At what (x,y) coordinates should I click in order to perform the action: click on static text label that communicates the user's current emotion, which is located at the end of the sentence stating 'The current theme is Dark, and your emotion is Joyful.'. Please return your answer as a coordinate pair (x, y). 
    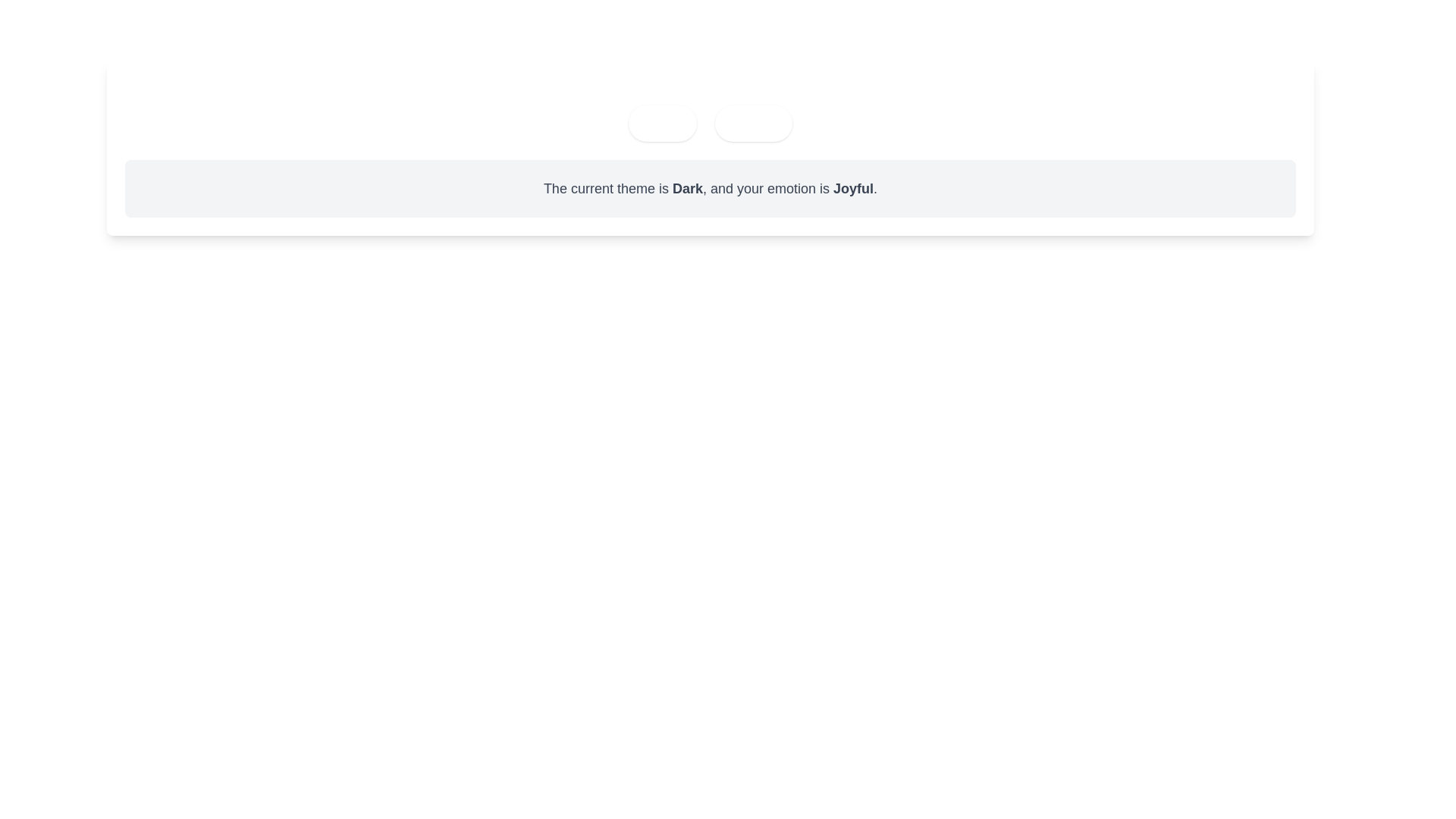
    Looking at the image, I should click on (853, 188).